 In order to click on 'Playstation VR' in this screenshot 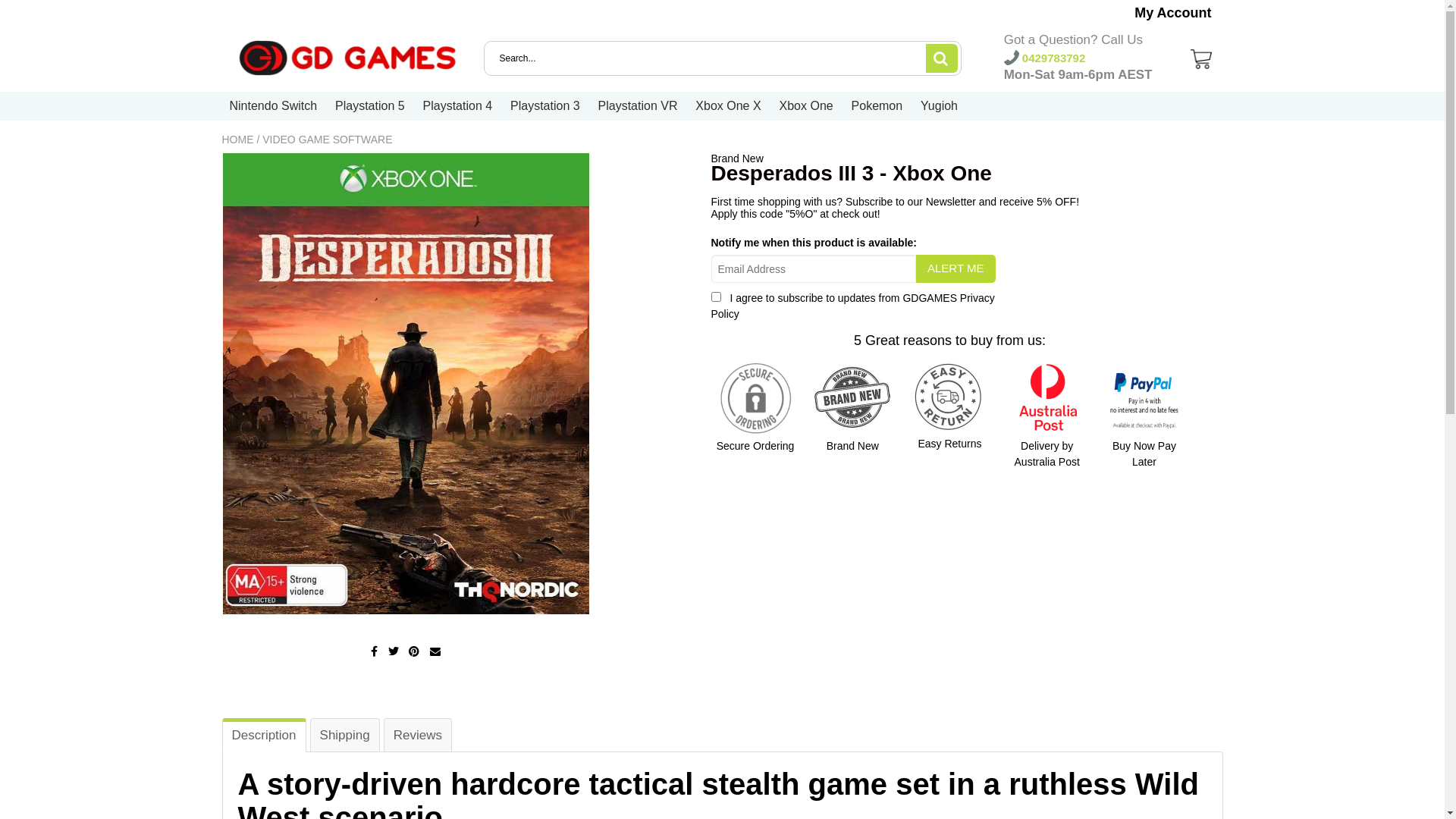, I will do `click(597, 105)`.